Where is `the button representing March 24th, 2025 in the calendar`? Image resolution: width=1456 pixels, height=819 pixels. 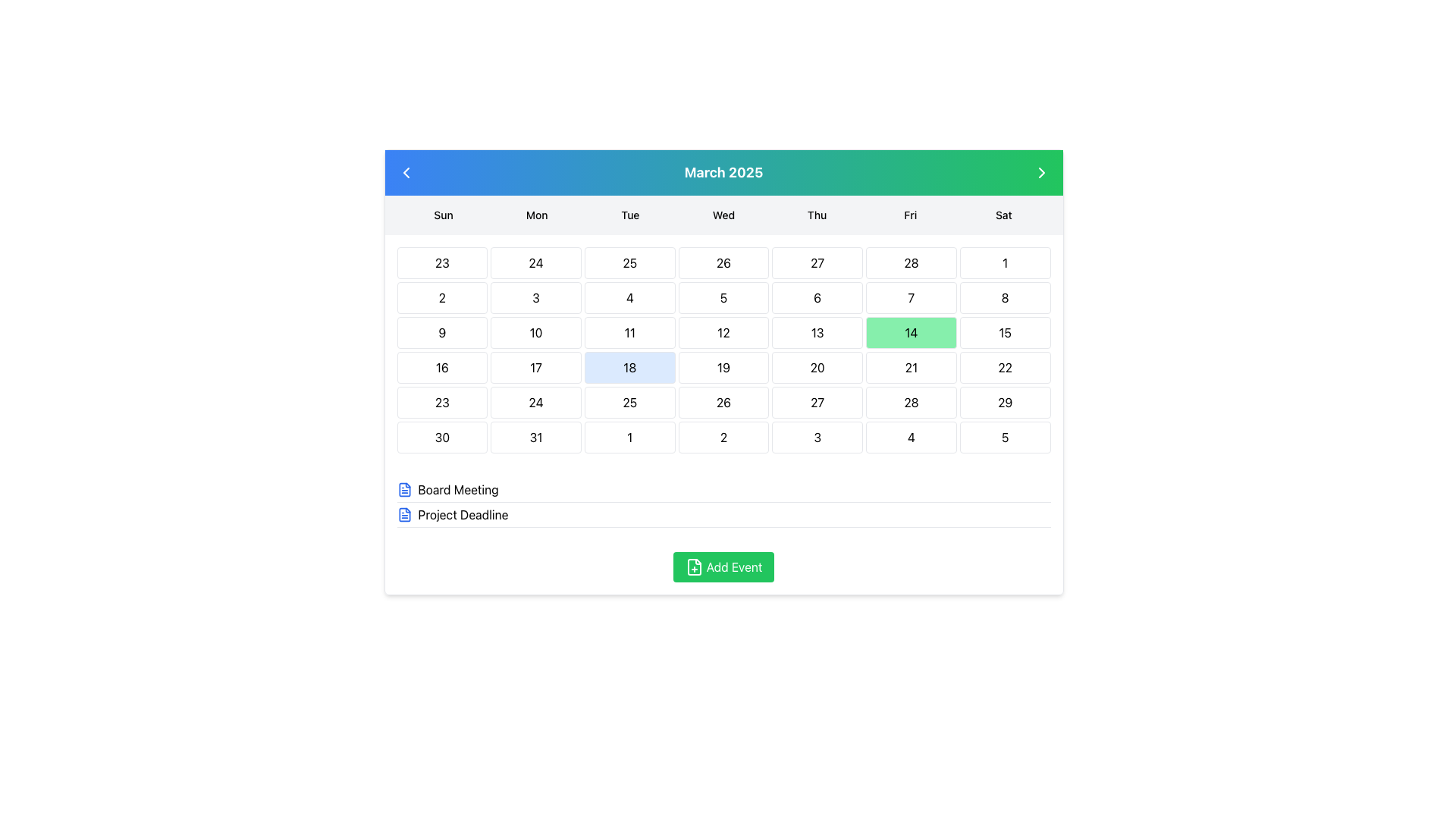
the button representing March 24th, 2025 in the calendar is located at coordinates (536, 402).